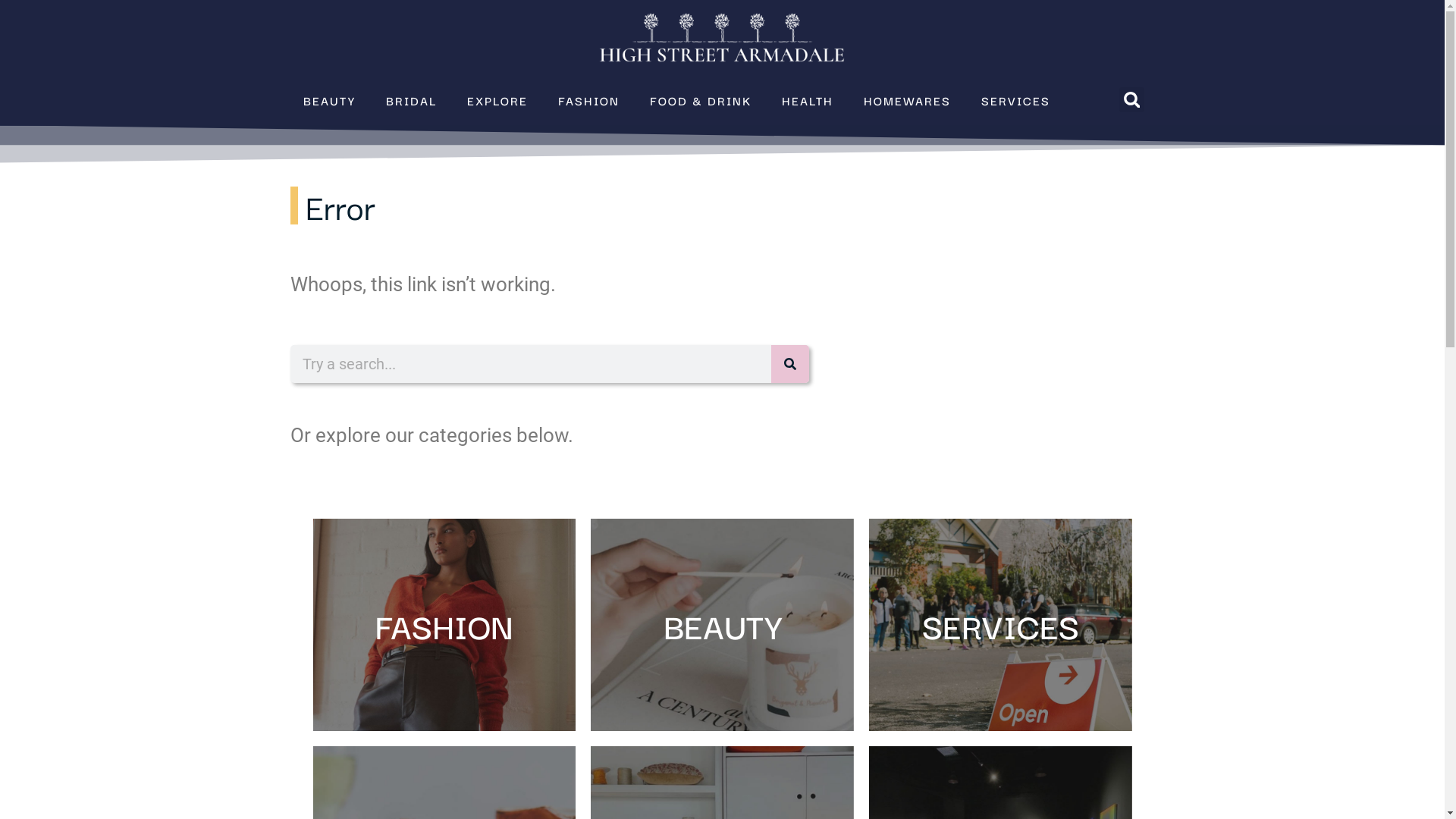 This screenshot has height=819, width=1456. I want to click on 'EXPLORE', so click(497, 99).